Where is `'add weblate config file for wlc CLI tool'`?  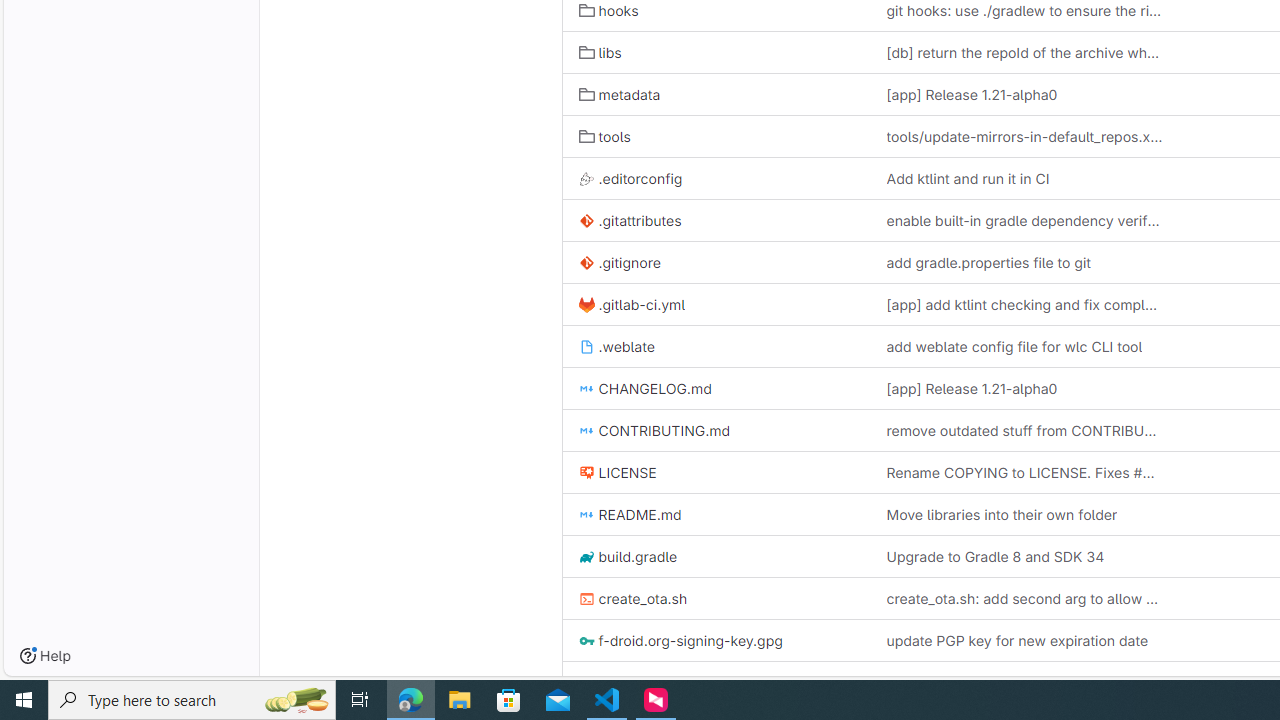
'add weblate config file for wlc CLI tool' is located at coordinates (1014, 346).